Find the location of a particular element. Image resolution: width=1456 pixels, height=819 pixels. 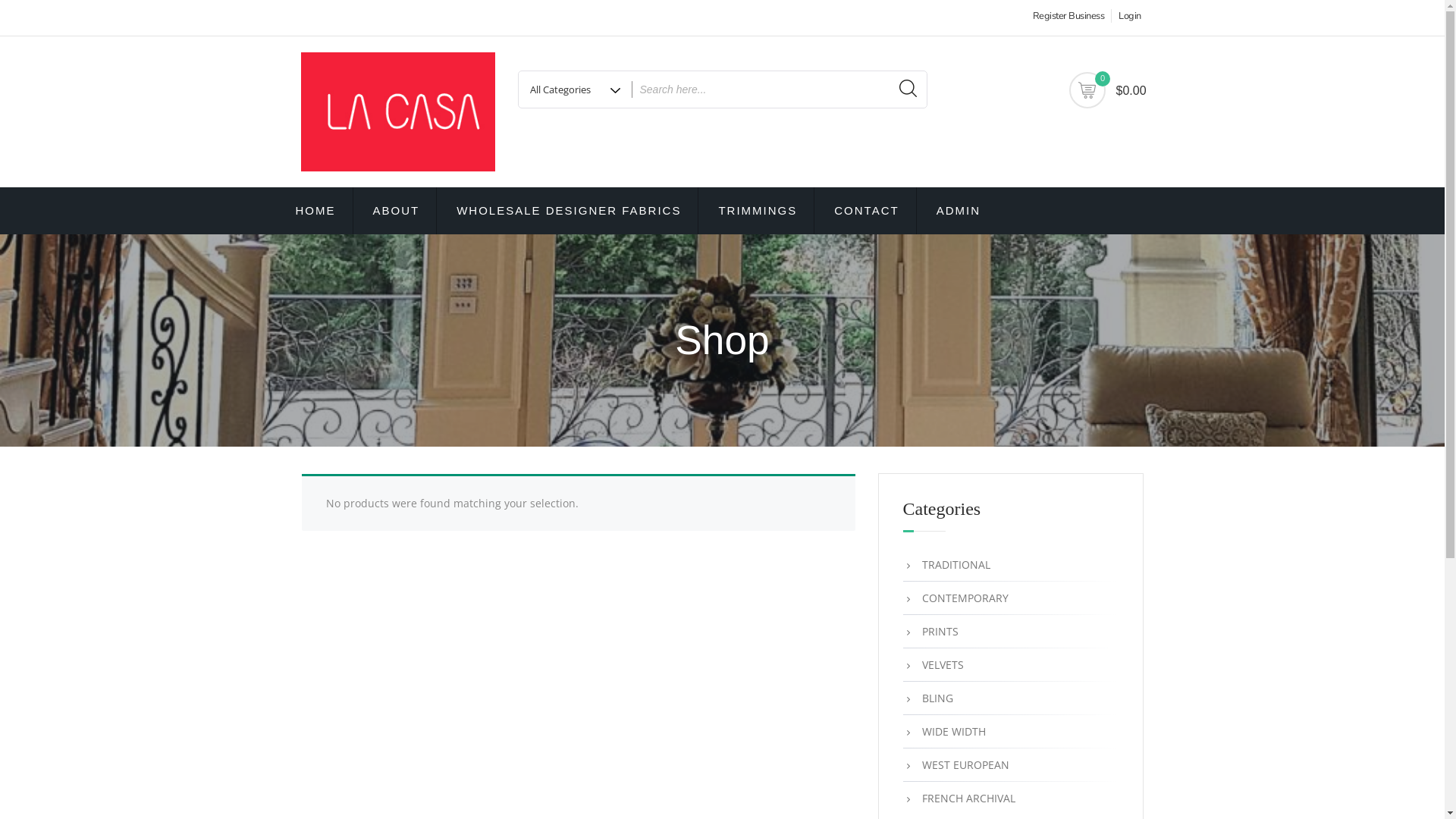

'ABOUT' is located at coordinates (397, 210).